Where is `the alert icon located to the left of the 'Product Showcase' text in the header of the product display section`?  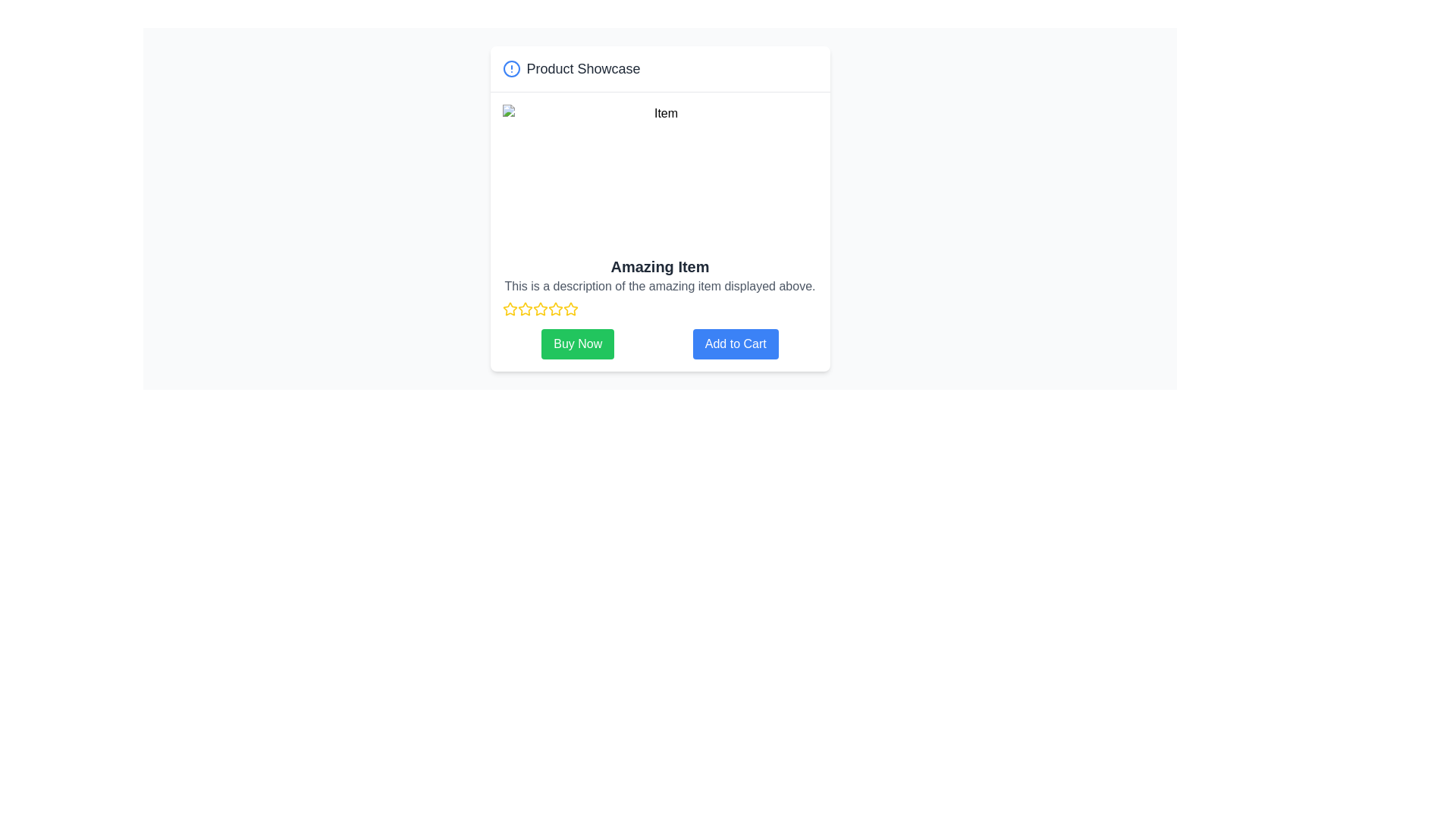 the alert icon located to the left of the 'Product Showcase' text in the header of the product display section is located at coordinates (511, 69).